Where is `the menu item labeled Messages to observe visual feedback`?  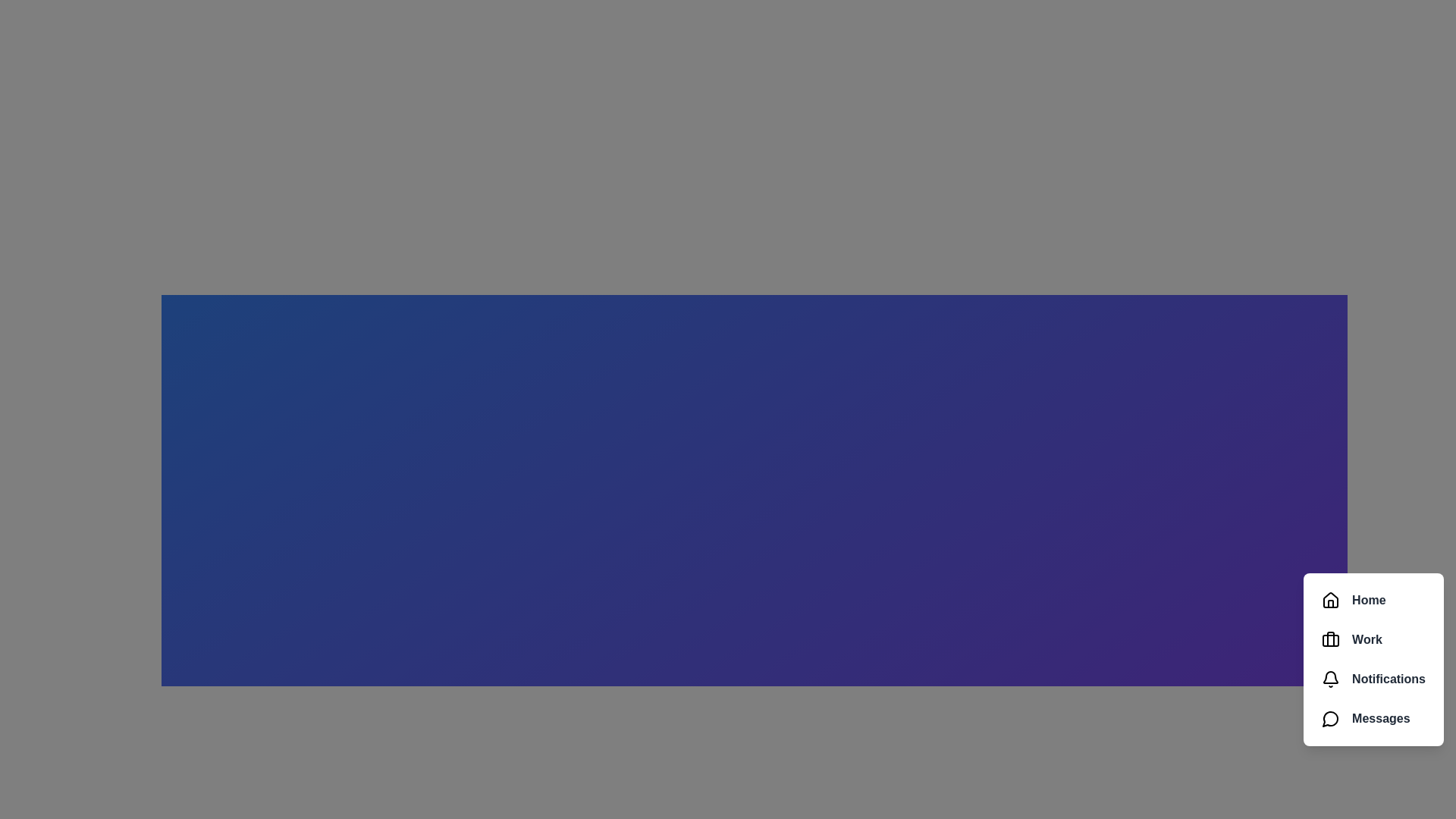 the menu item labeled Messages to observe visual feedback is located at coordinates (1373, 718).